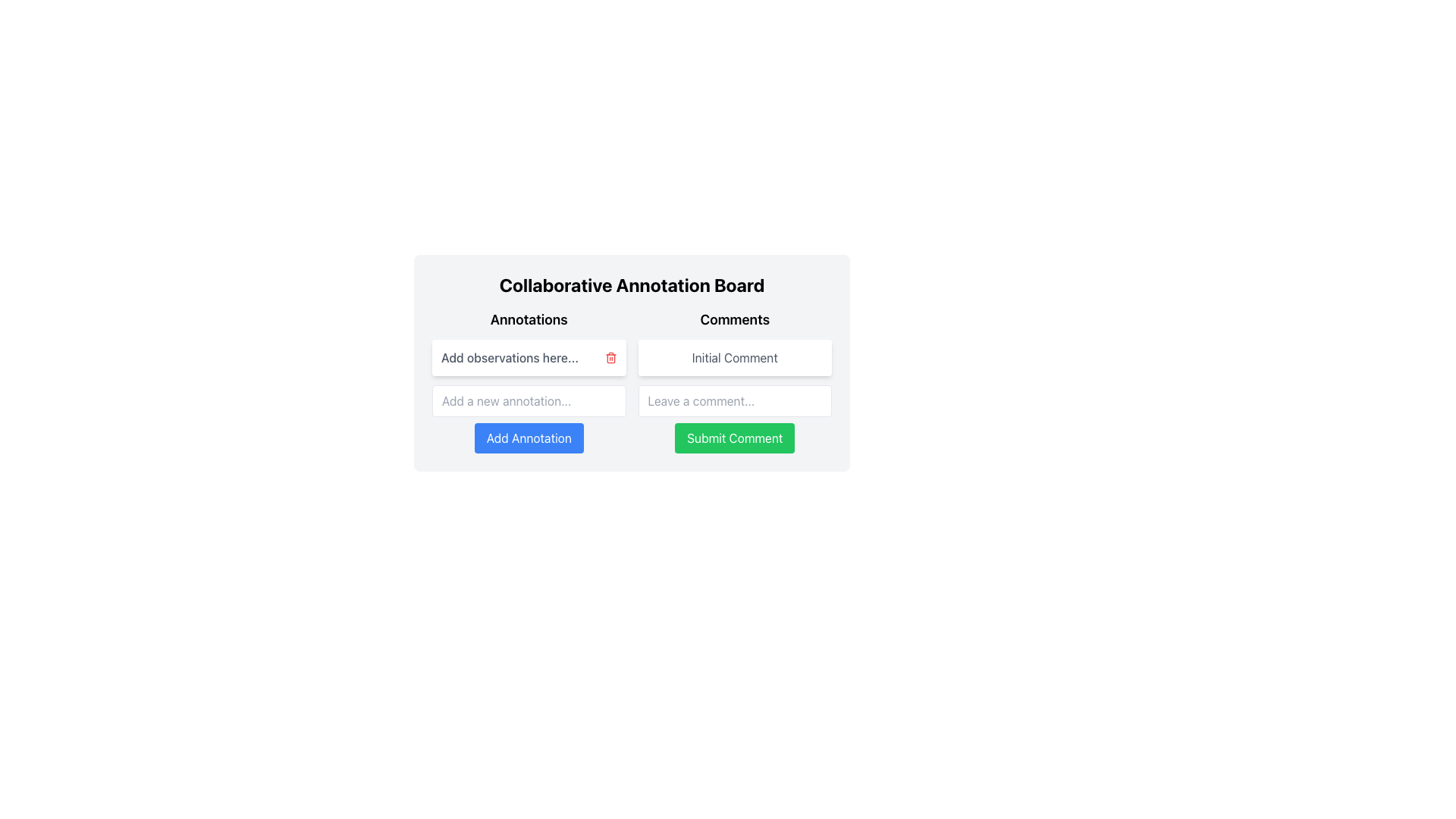  I want to click on the text input field located on the right side of the interface under the 'Comments' section, which allows users to type comments, so click(735, 400).